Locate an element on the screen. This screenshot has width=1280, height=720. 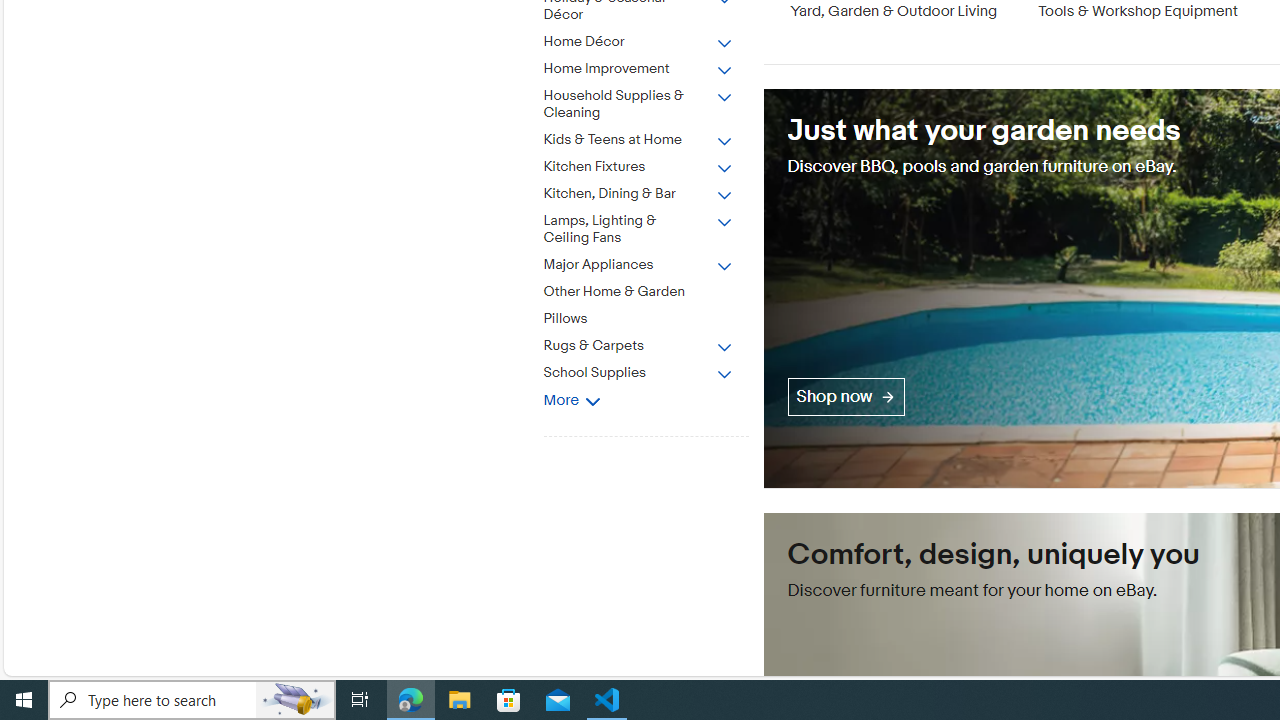
'Household Supplies & Cleaning' is located at coordinates (653, 101).